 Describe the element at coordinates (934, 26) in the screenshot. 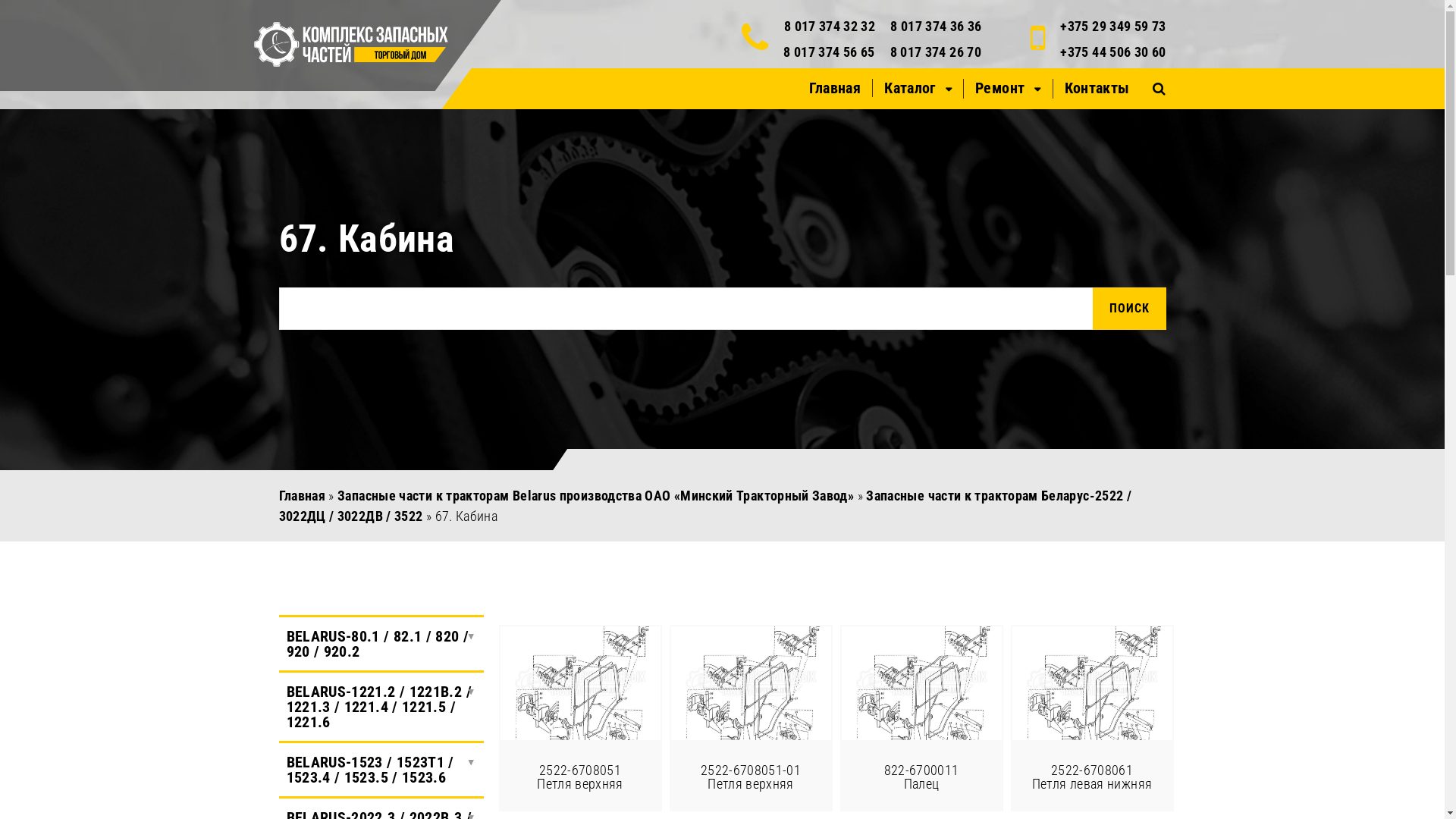

I see `'8 017 374 36 36'` at that location.